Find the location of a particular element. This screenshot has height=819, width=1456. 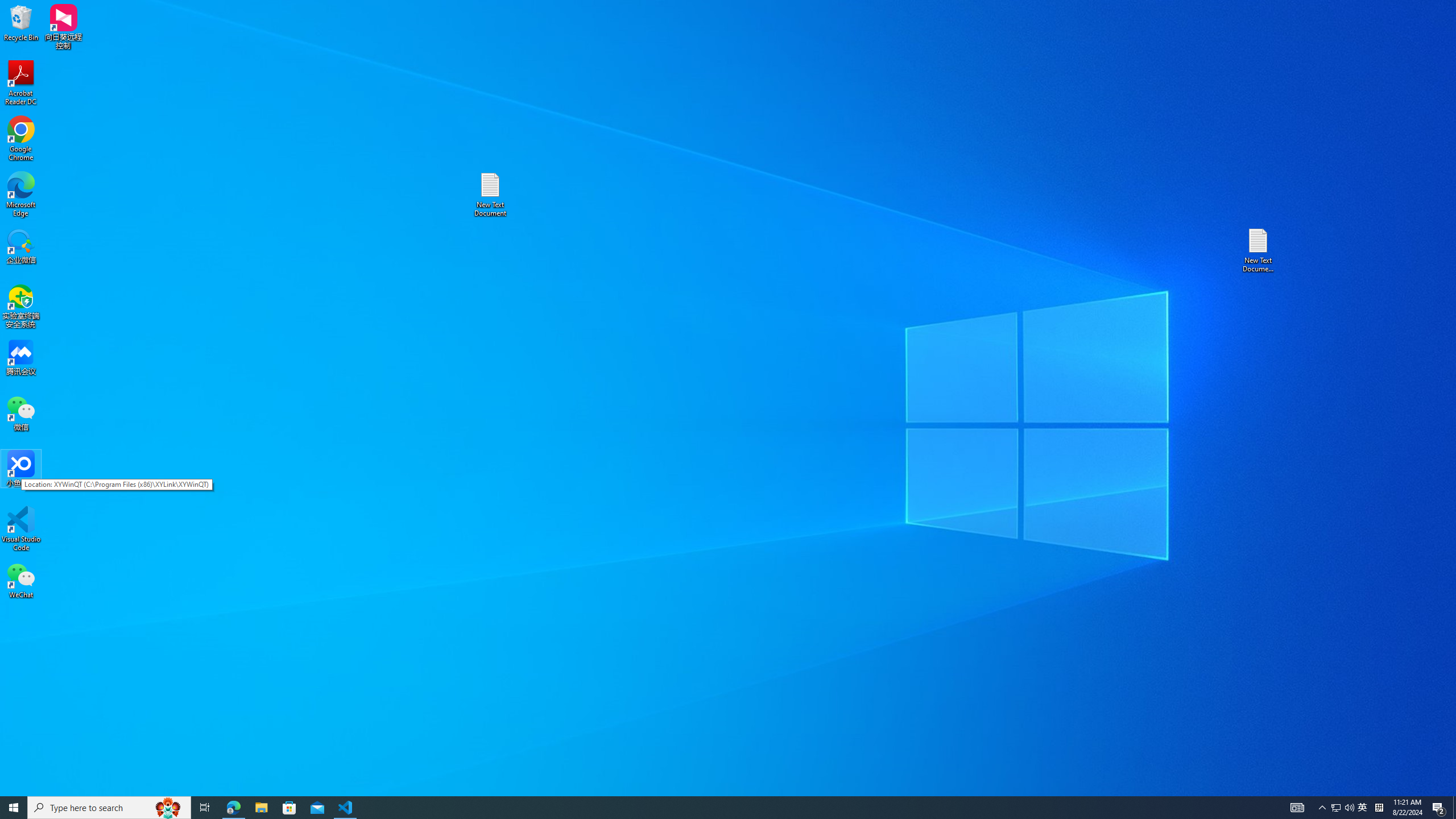

'Acrobat Reader DC' is located at coordinates (20, 82).